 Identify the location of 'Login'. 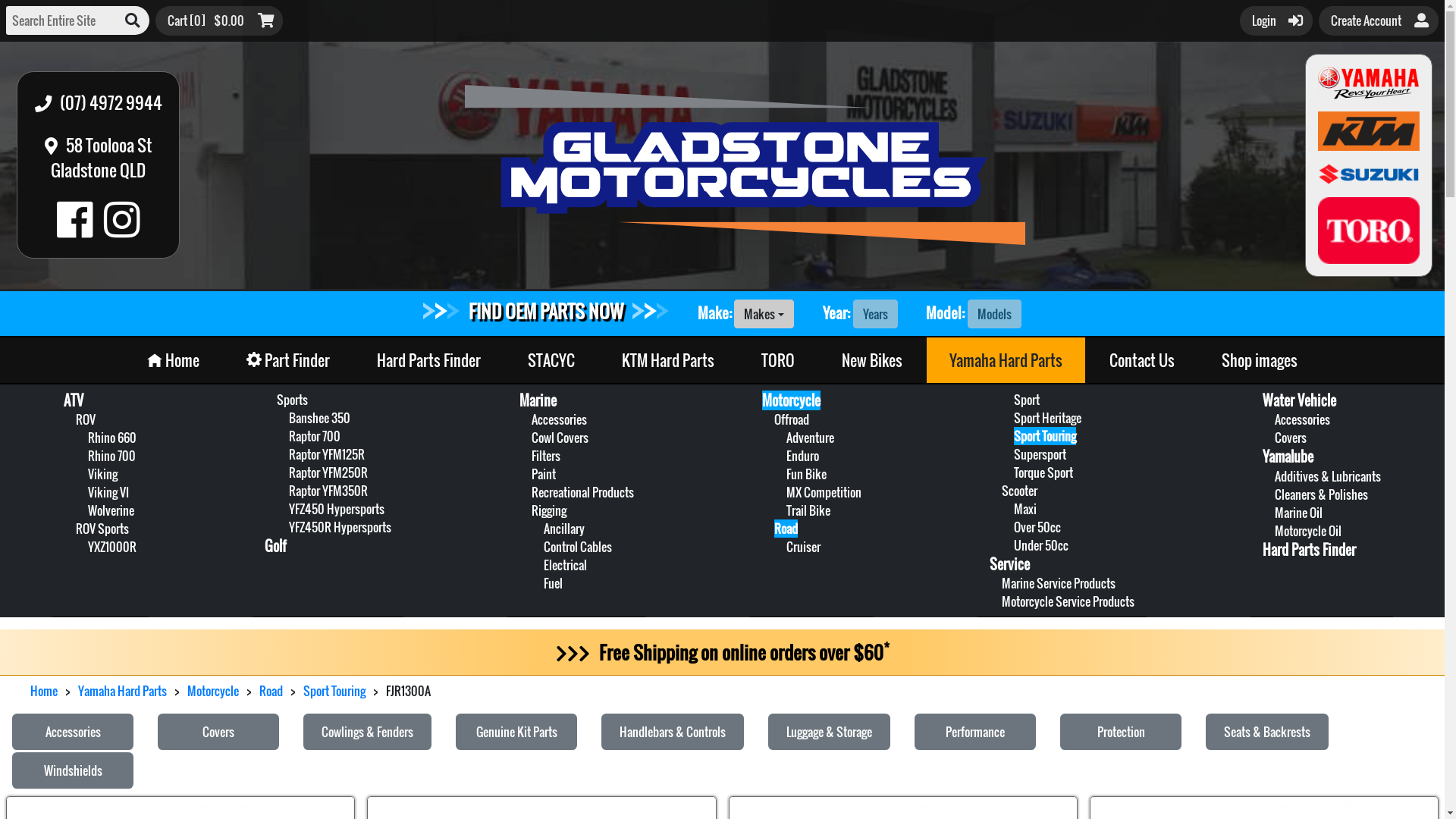
(1276, 20).